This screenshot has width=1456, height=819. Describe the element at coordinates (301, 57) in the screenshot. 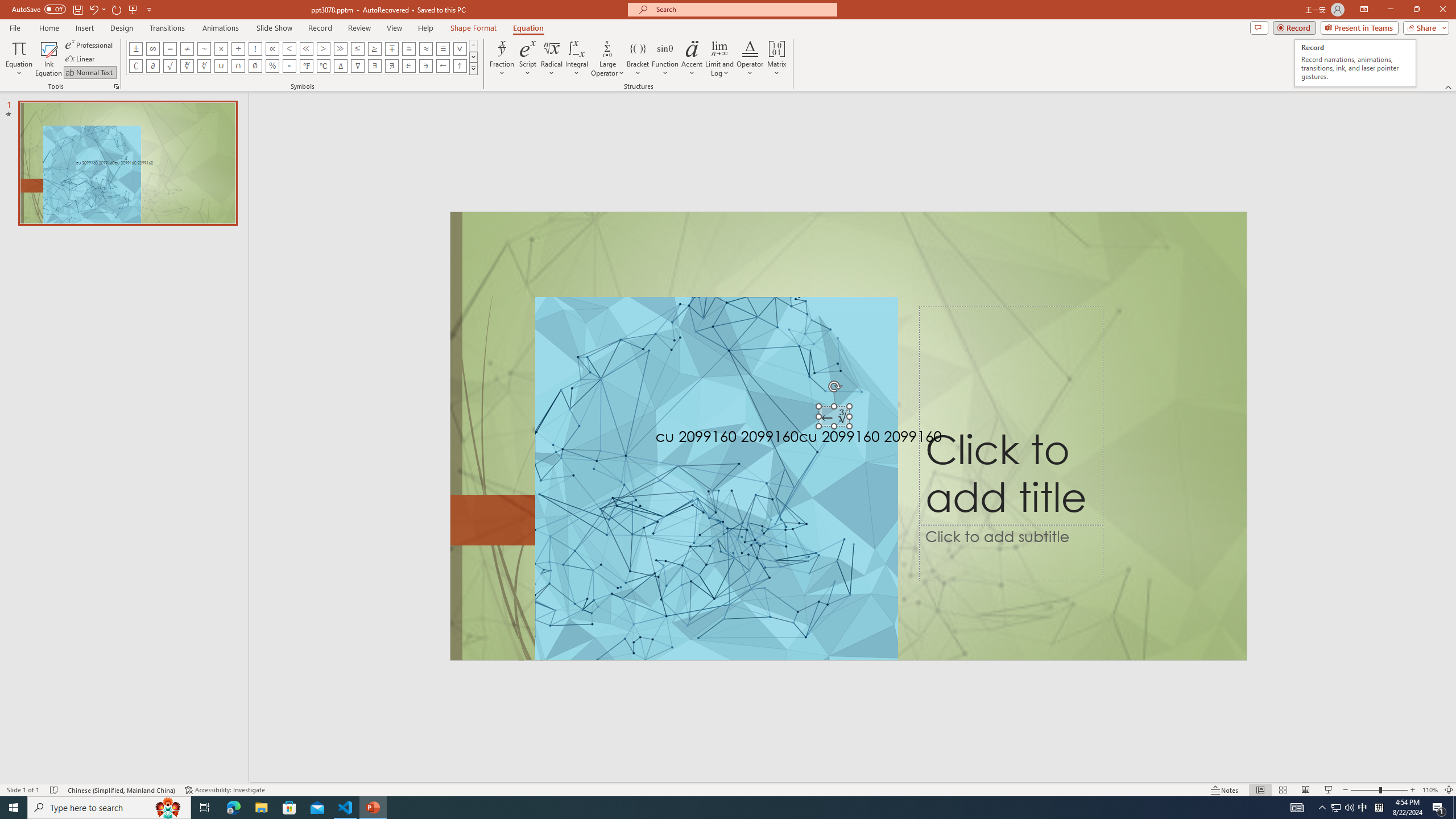

I see `'AutomationID: EquationSymbolsInsertGallery'` at that location.